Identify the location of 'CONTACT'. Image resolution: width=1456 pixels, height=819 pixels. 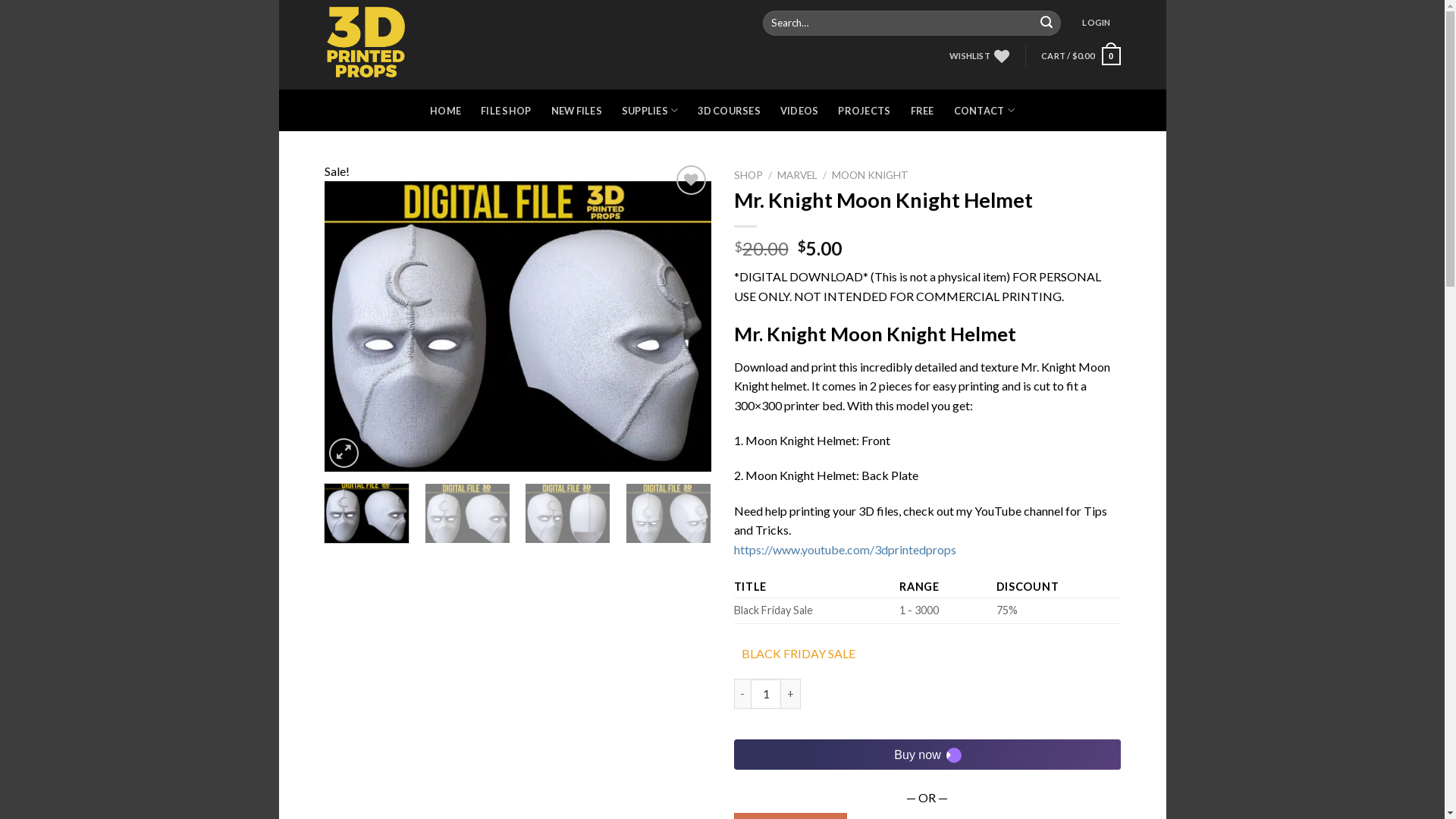
(984, 109).